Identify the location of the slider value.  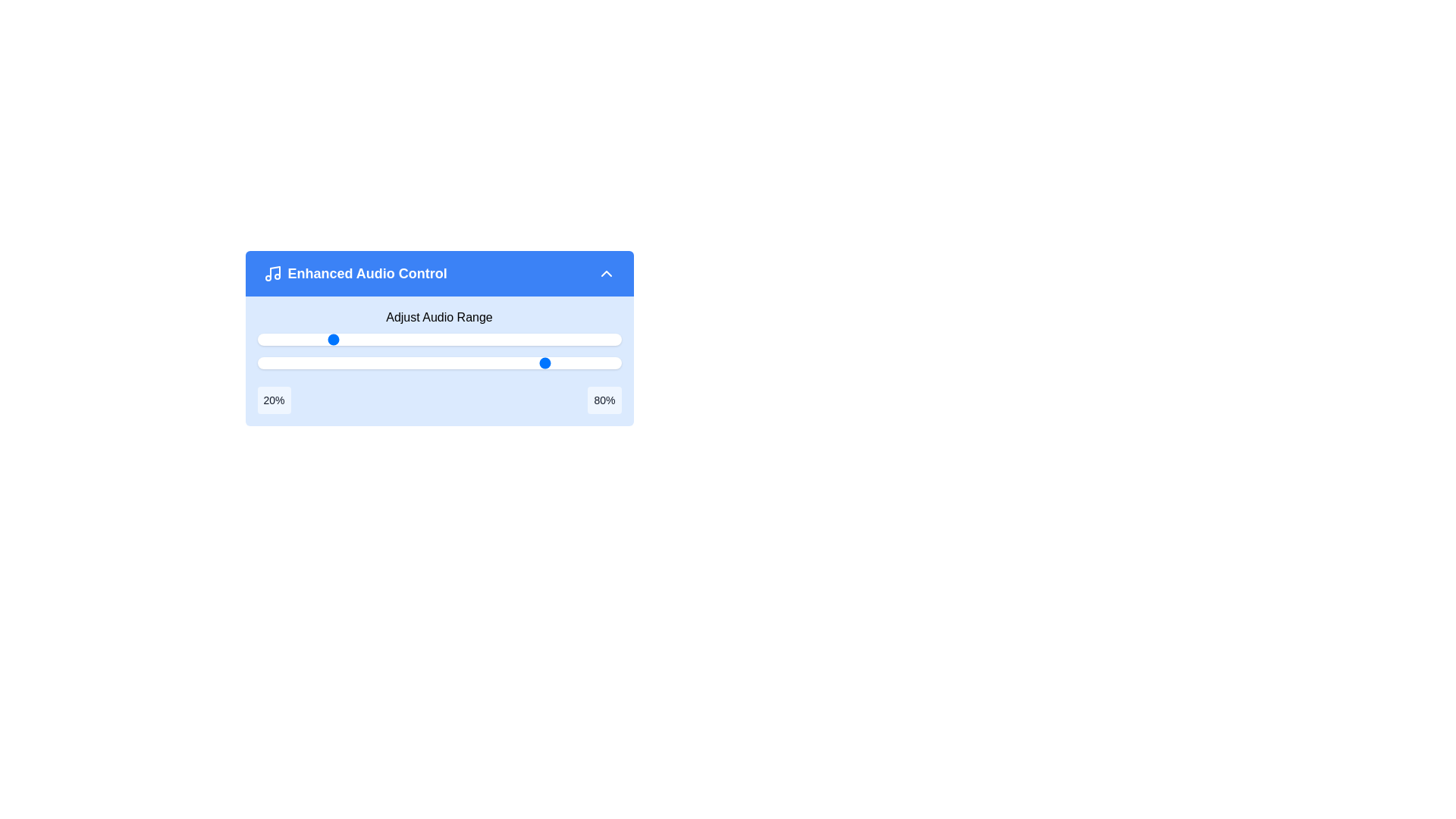
(595, 338).